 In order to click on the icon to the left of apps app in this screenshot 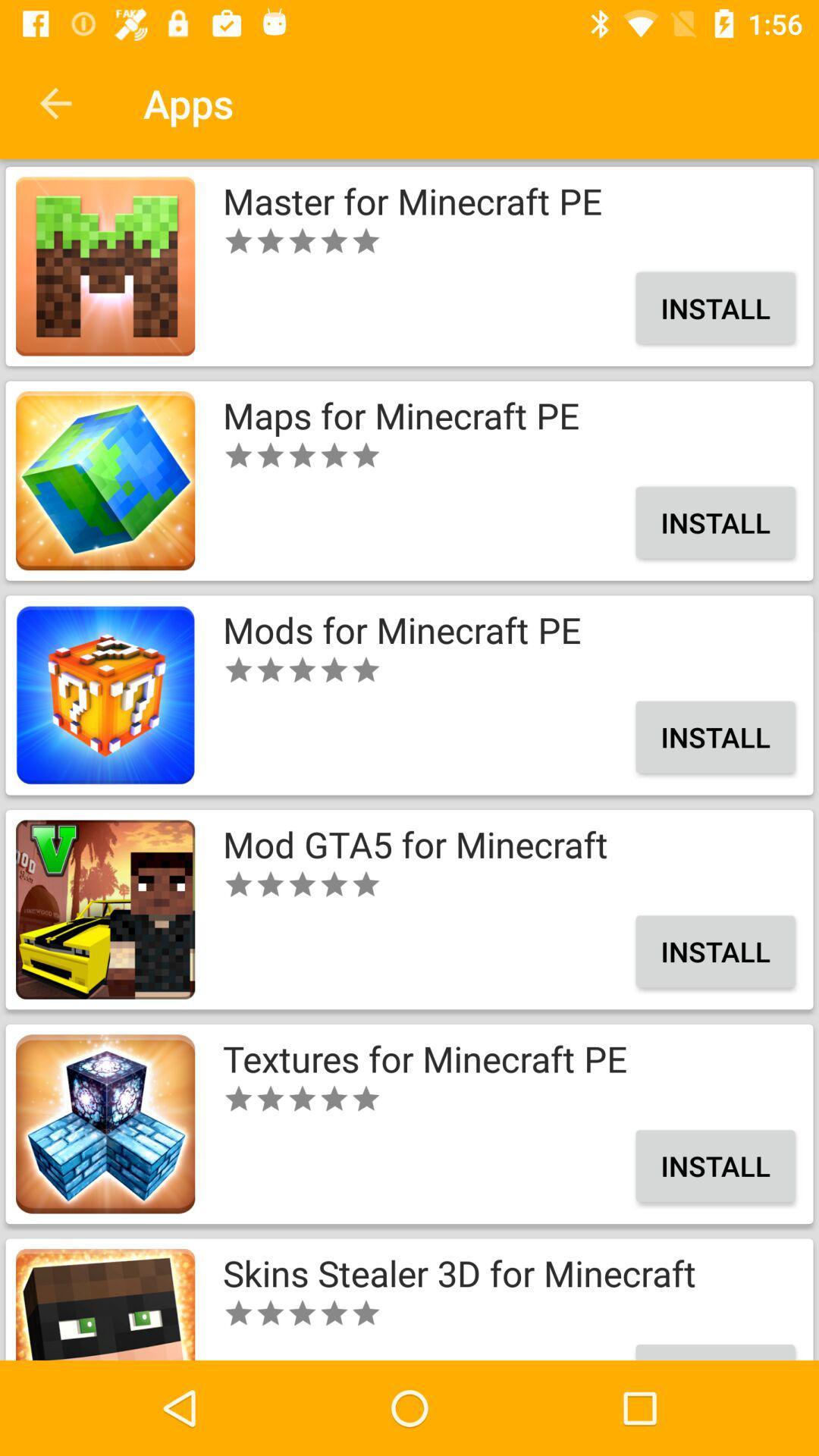, I will do `click(55, 102)`.